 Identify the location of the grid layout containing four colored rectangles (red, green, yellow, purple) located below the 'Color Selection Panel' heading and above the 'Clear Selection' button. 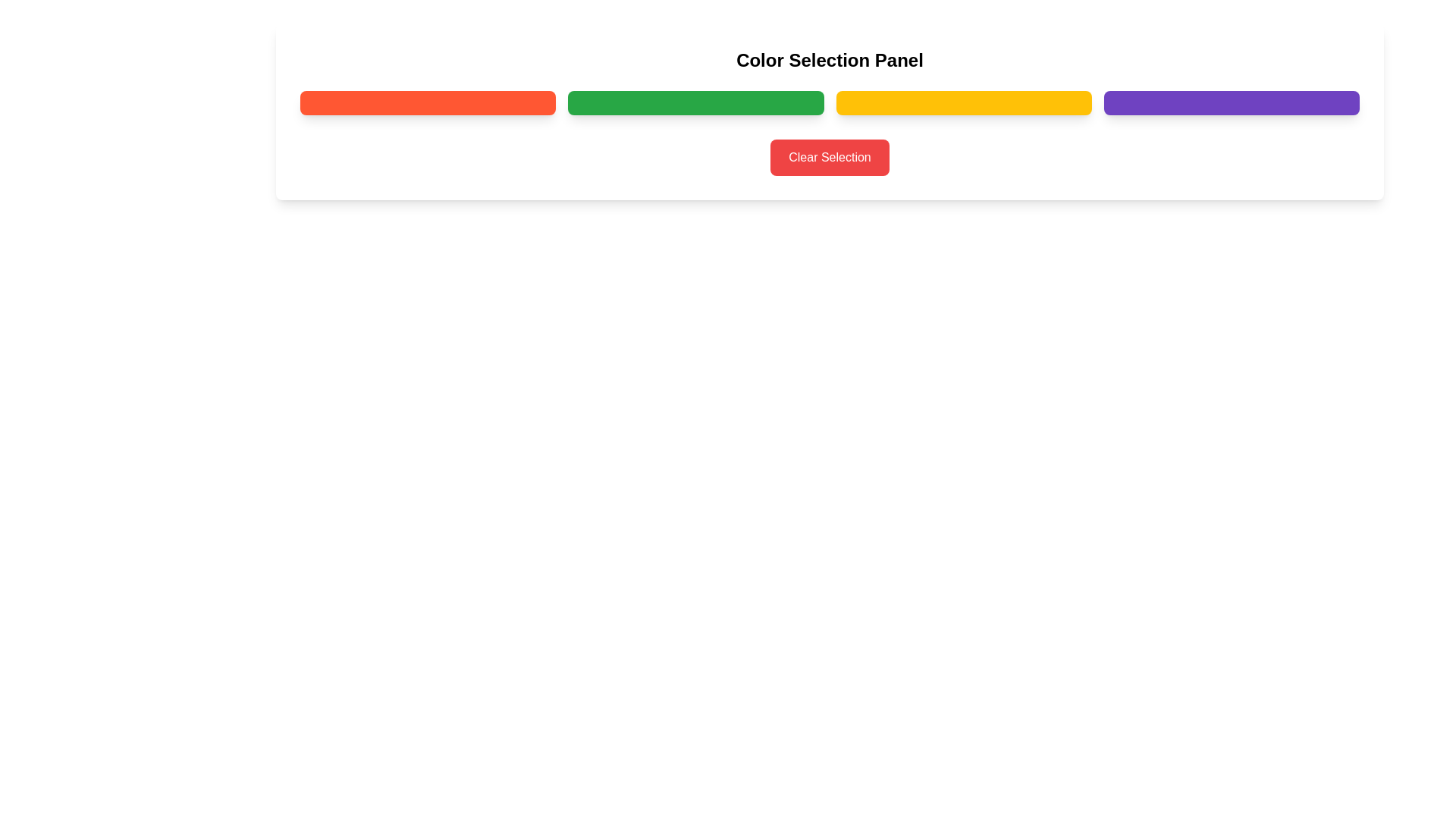
(829, 102).